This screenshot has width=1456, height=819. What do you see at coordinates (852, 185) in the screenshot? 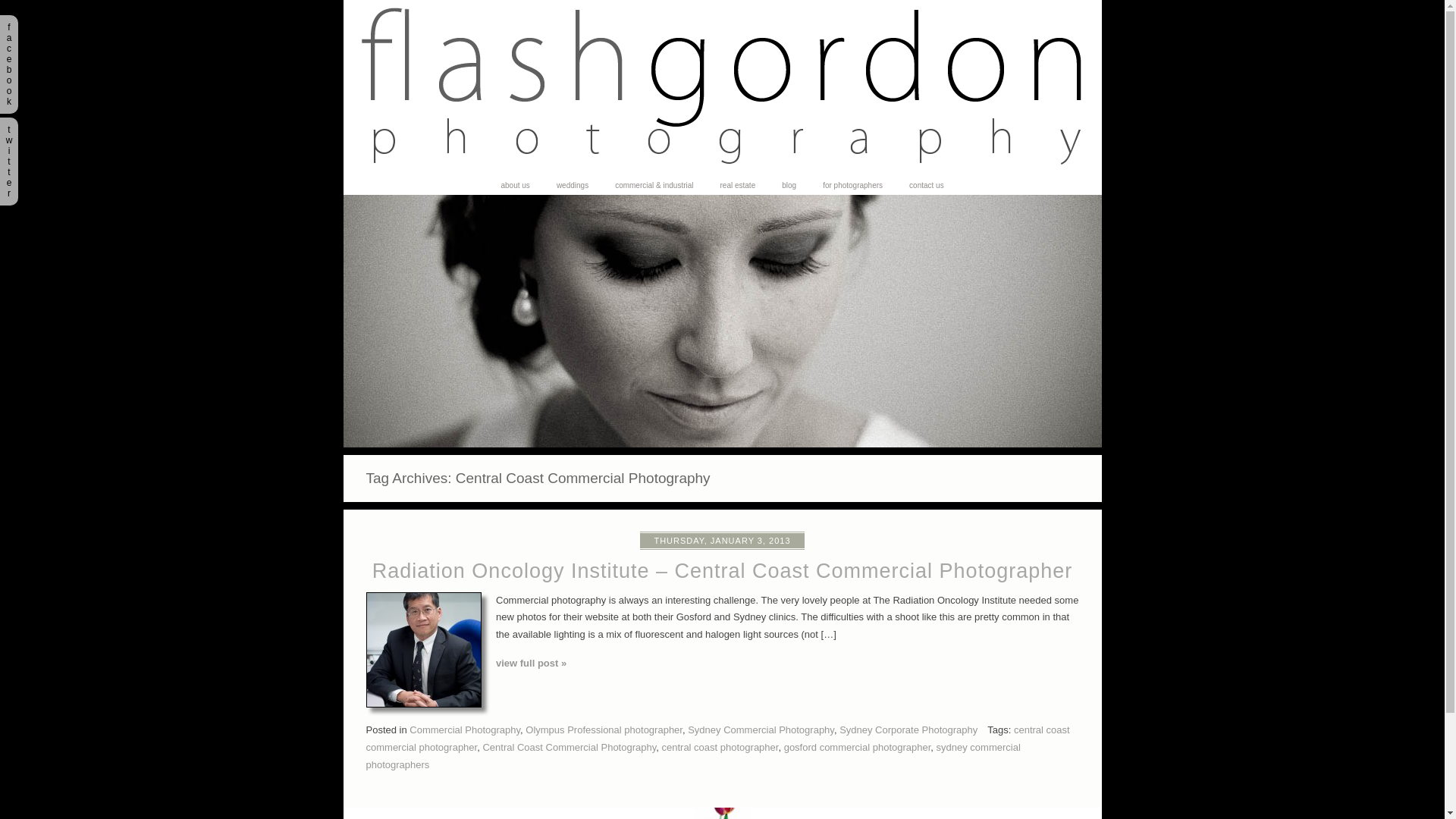
I see `'for photographers'` at bounding box center [852, 185].